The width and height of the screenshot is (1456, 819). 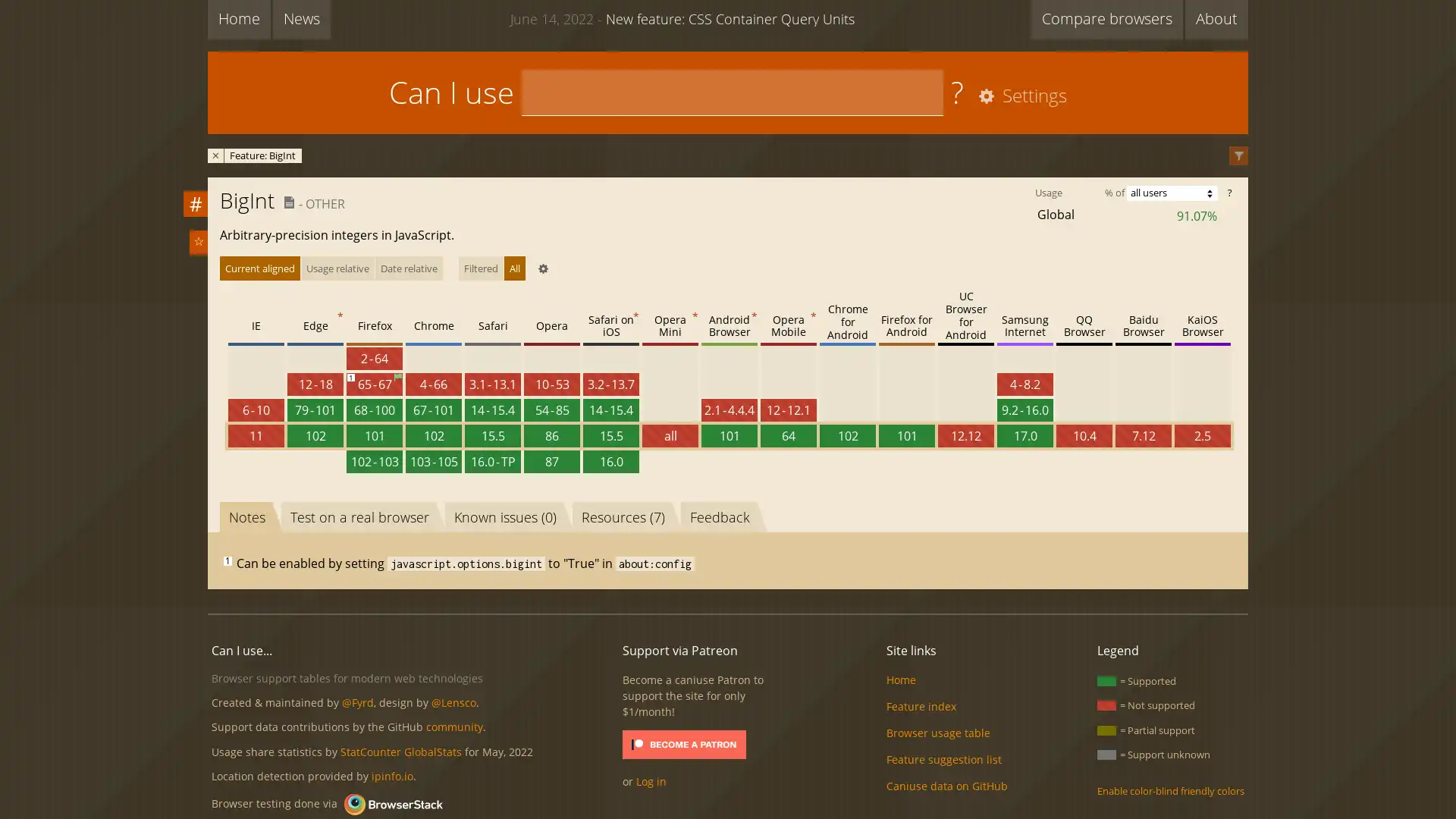 I want to click on ?, so click(x=1229, y=192).